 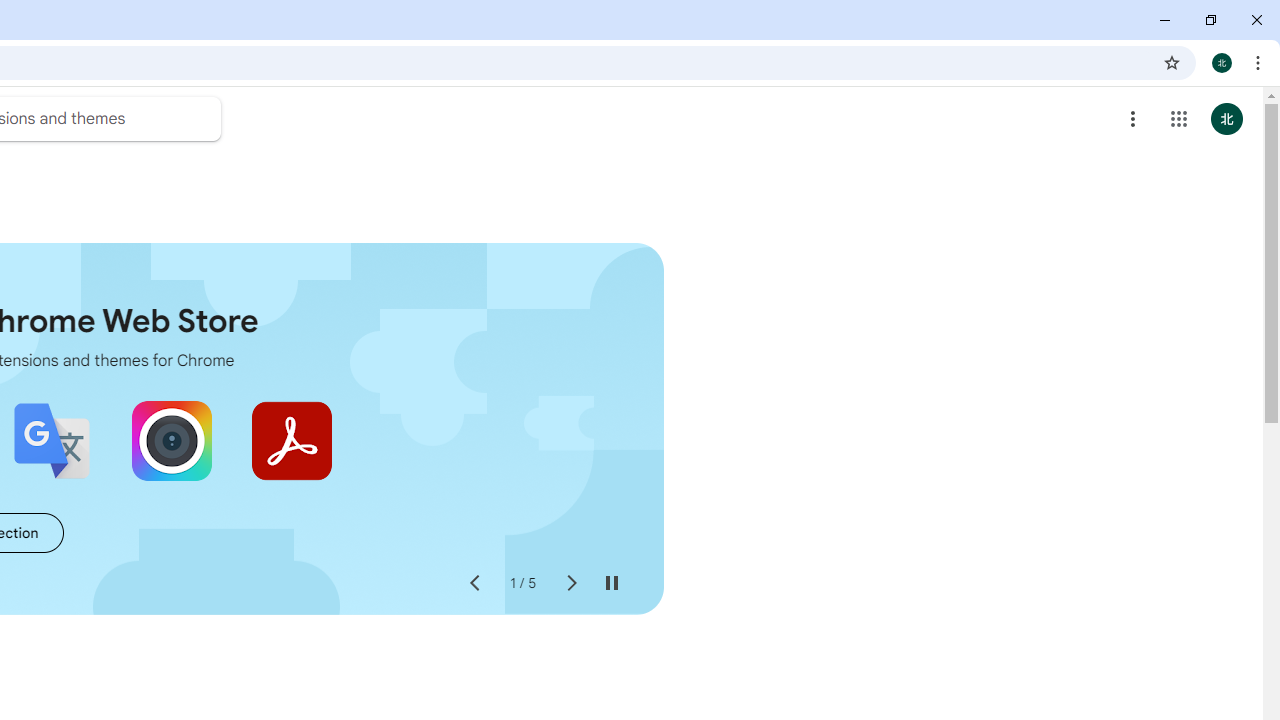 What do you see at coordinates (569, 583) in the screenshot?
I see `'Next slide'` at bounding box center [569, 583].